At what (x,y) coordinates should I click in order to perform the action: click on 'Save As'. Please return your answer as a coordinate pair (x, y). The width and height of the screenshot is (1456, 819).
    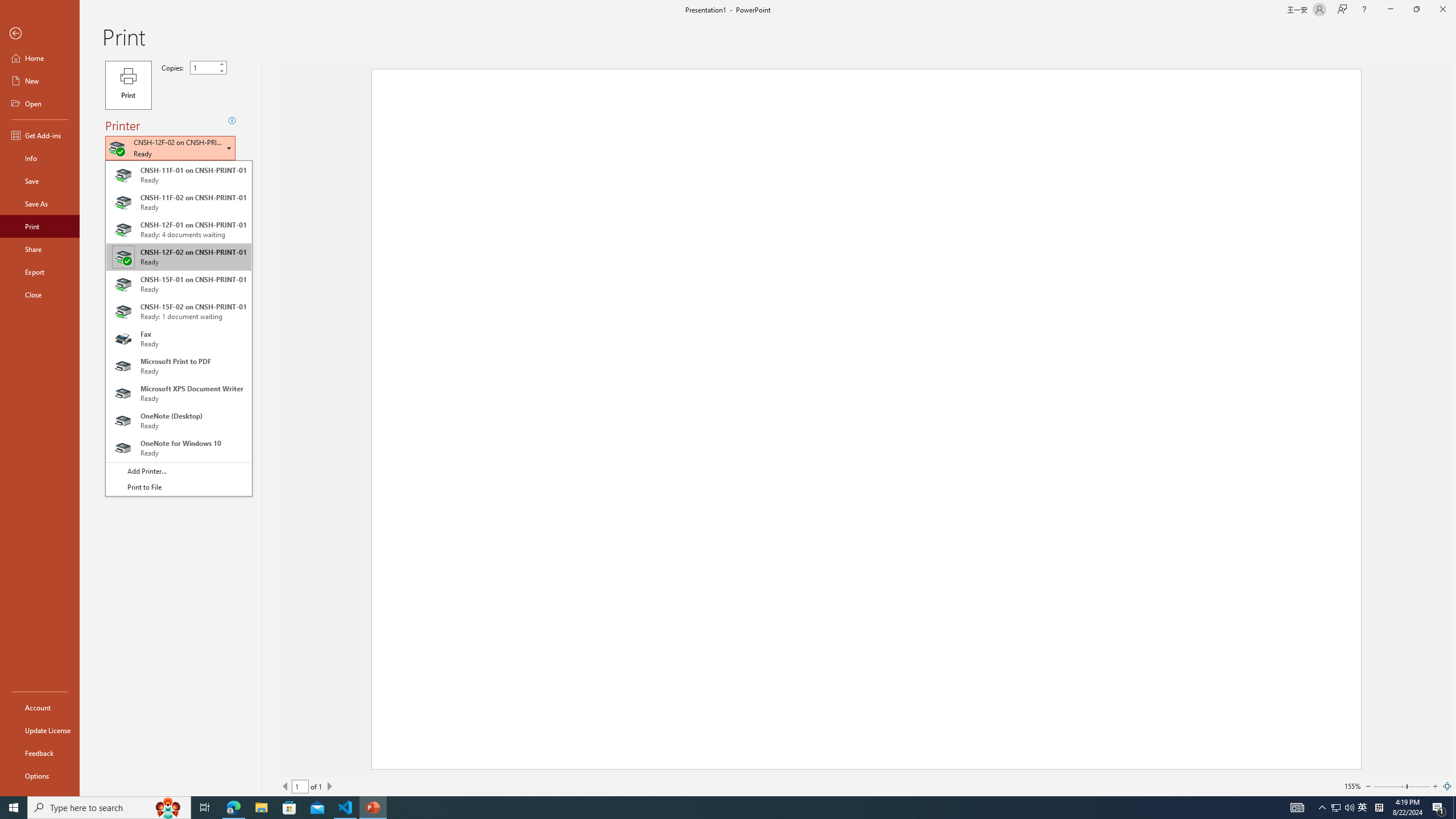
    Looking at the image, I should click on (39, 202).